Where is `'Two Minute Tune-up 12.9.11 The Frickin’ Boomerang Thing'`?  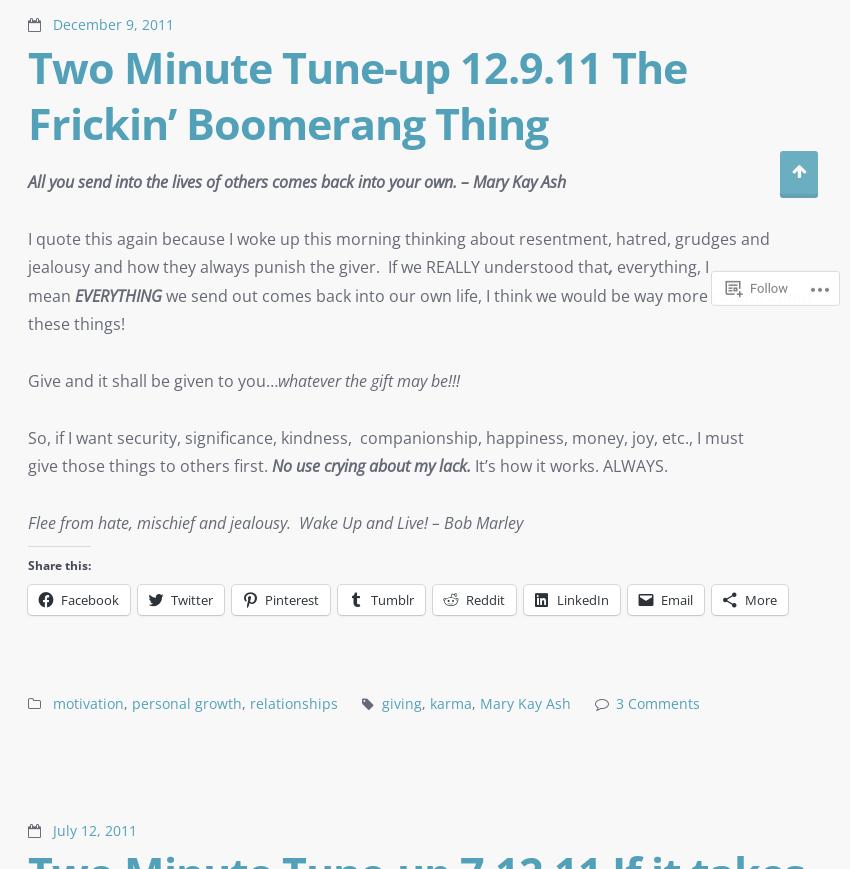
'Two Minute Tune-up 12.9.11 The Frickin’ Boomerang Thing' is located at coordinates (26, 93).